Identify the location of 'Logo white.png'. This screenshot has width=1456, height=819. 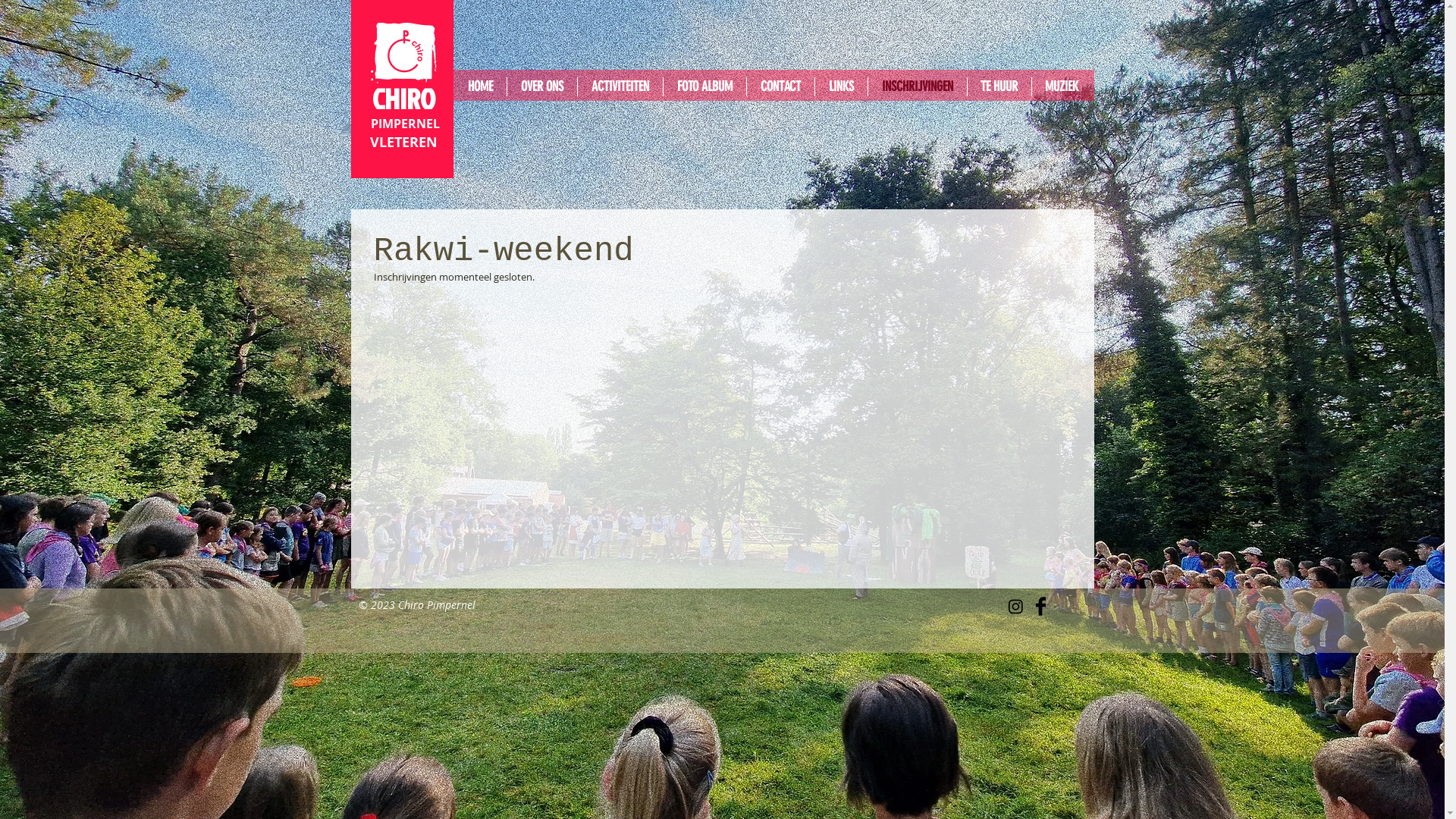
(403, 52).